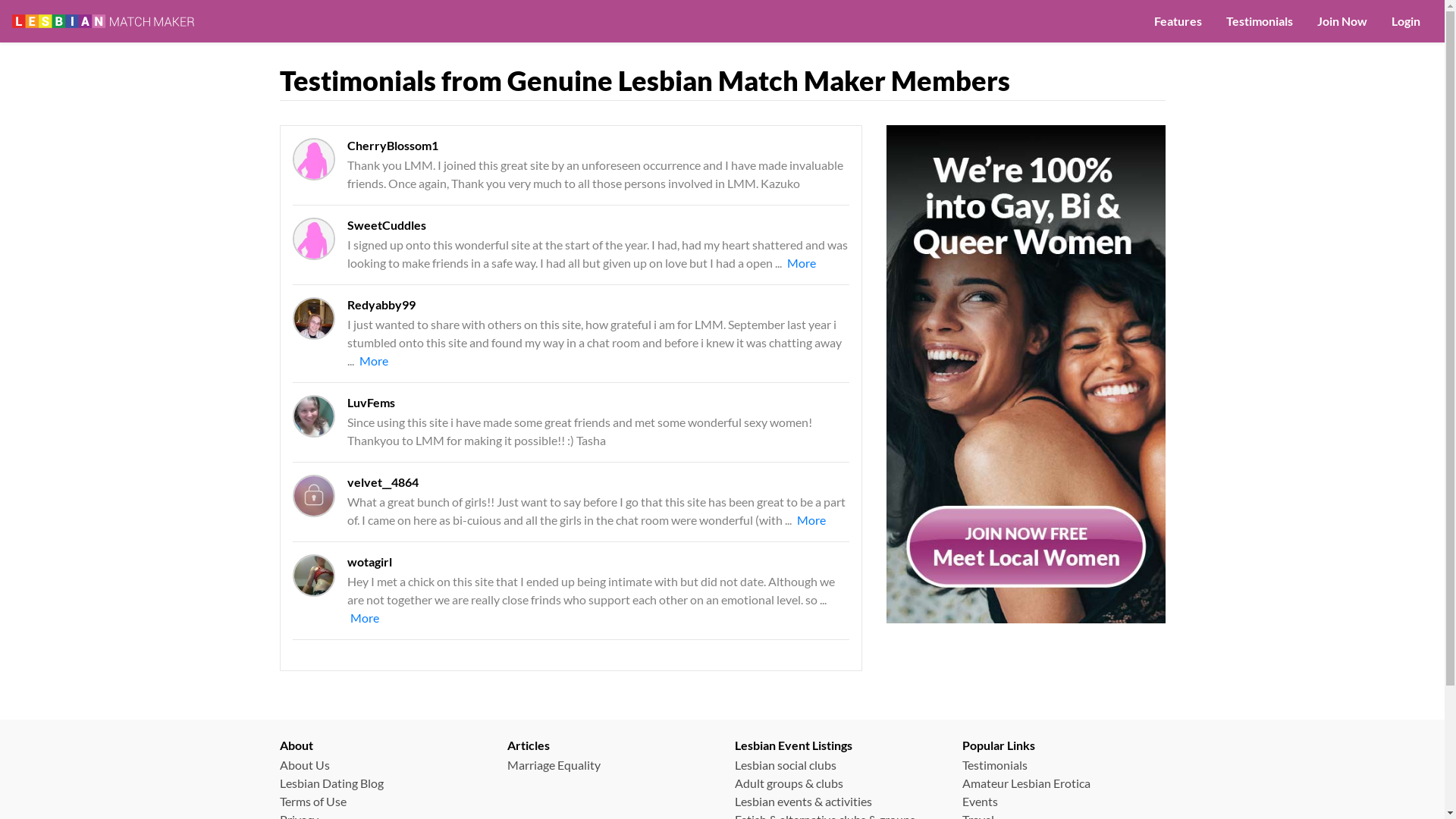  I want to click on 'Amateur Lesbian Erotica', so click(960, 783).